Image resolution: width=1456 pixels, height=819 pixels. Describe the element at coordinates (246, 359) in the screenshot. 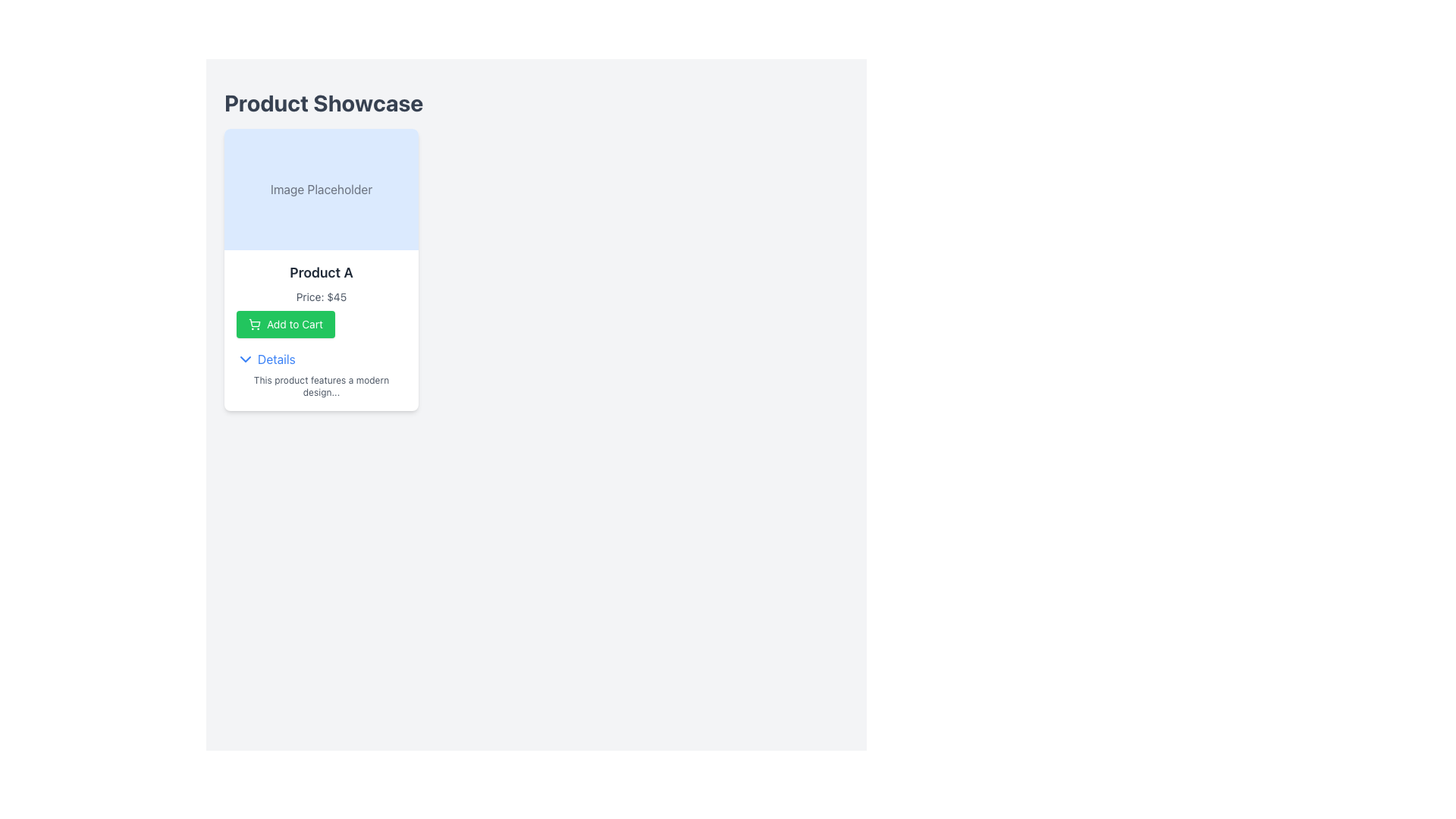

I see `the chevron-right icon` at that location.